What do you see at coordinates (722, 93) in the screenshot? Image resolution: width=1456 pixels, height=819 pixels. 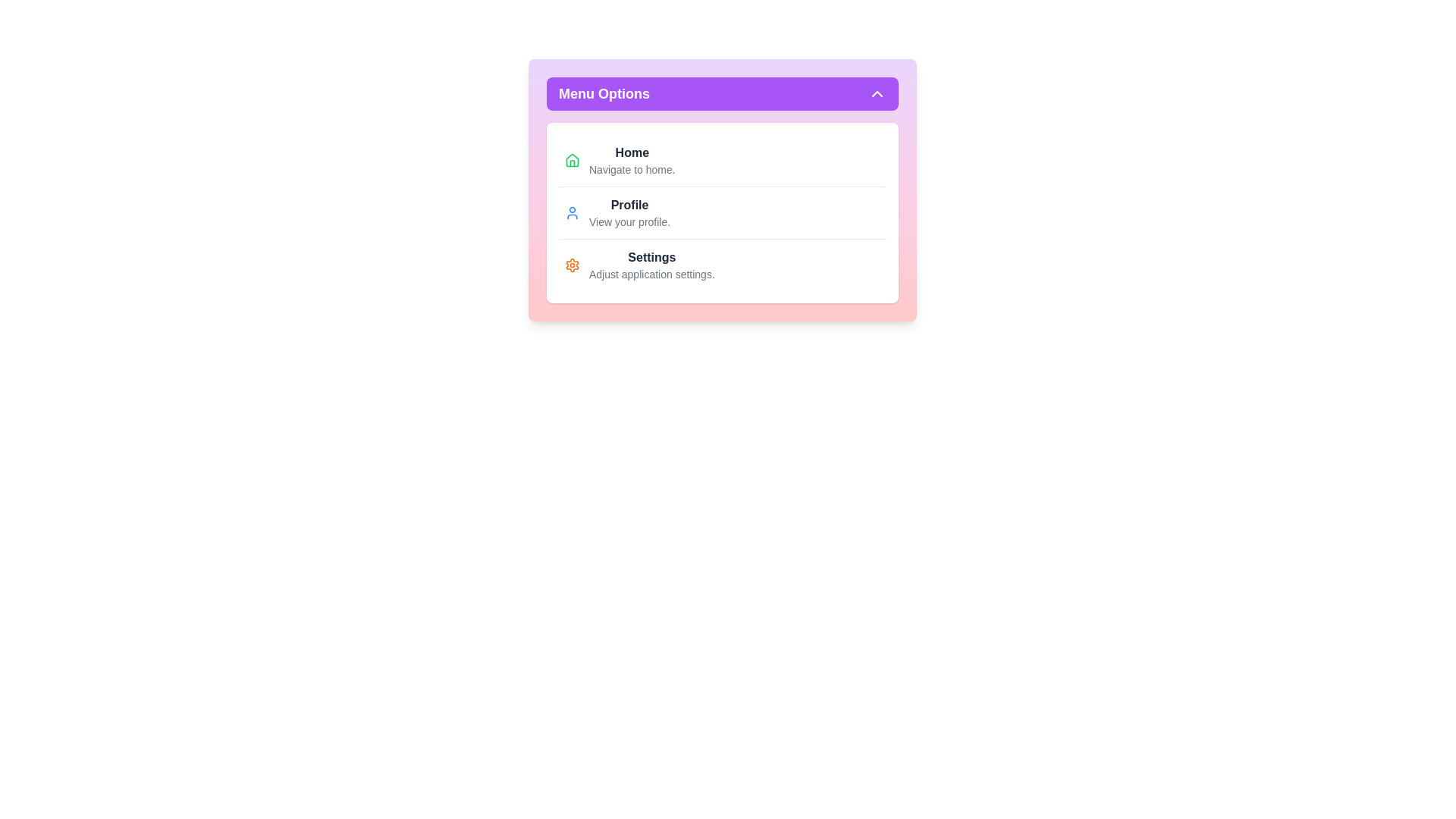 I see `toggle button to toggle the menu visibility` at bounding box center [722, 93].